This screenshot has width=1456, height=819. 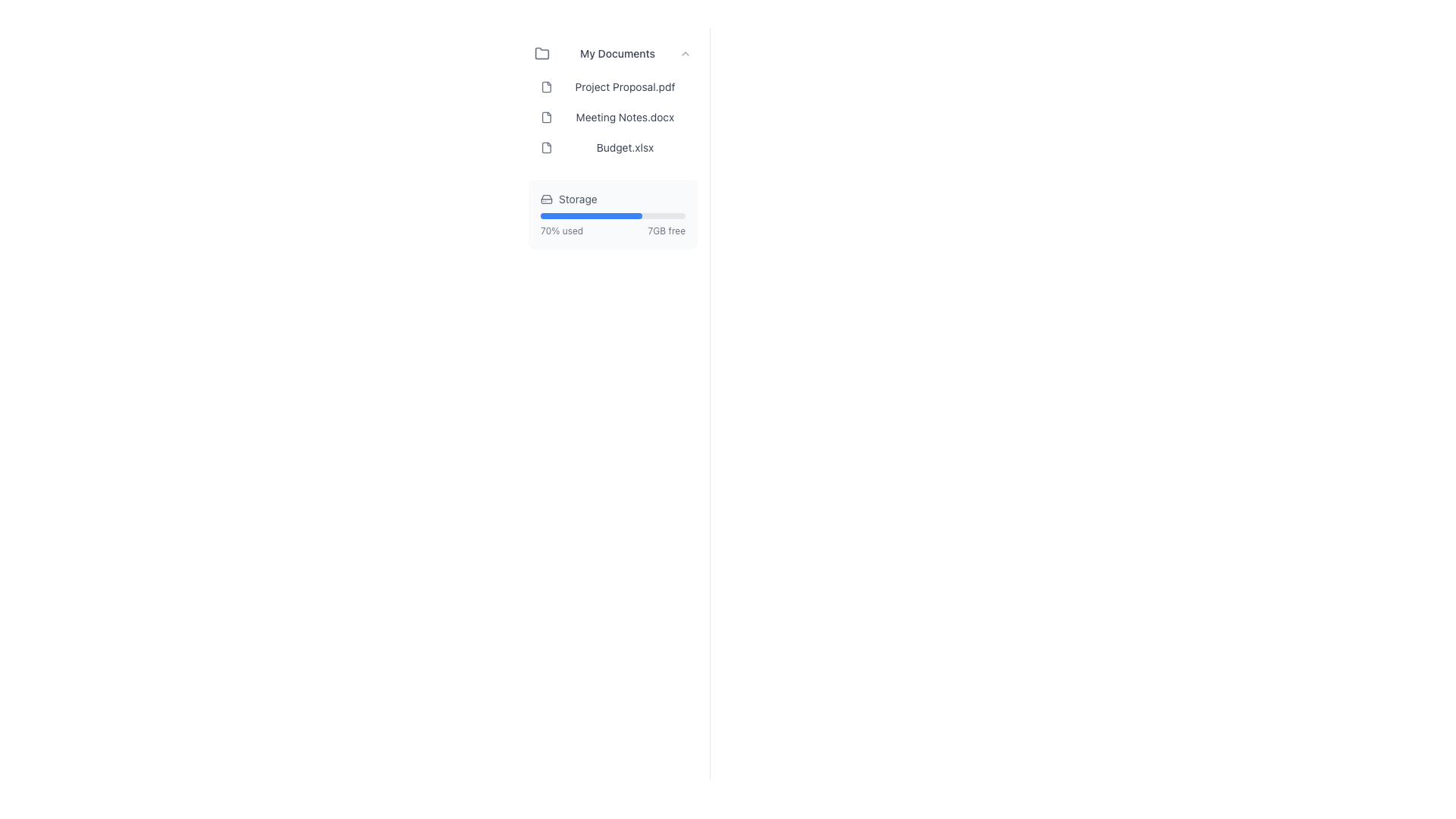 What do you see at coordinates (546, 198) in the screenshot?
I see `the hard drive icon located to the left of the 'Storage' label` at bounding box center [546, 198].